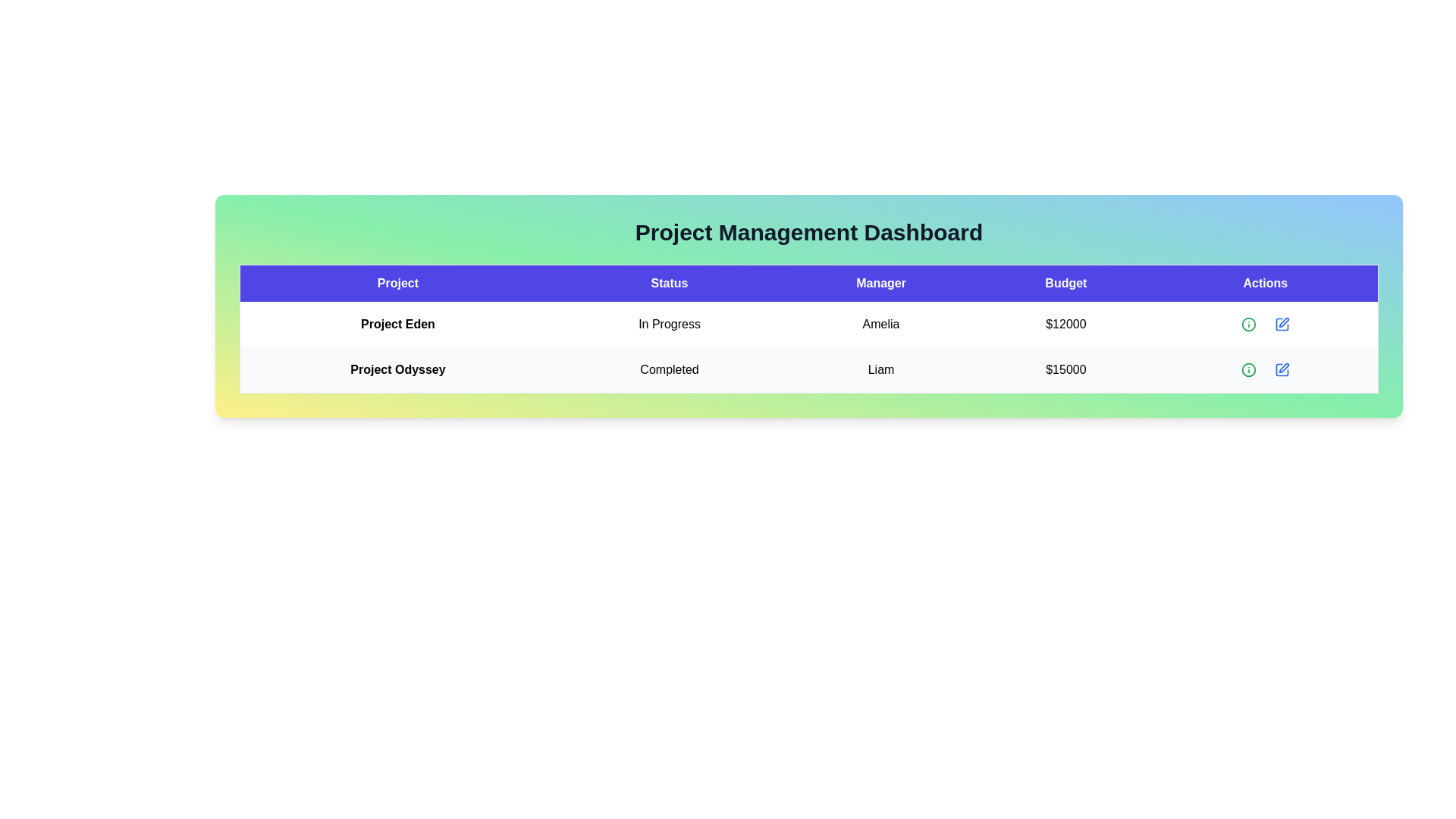  Describe the element at coordinates (669, 324) in the screenshot. I see `the textual label in the second row of the table under the 'Status' column, which indicates the current status of the associated project` at that location.